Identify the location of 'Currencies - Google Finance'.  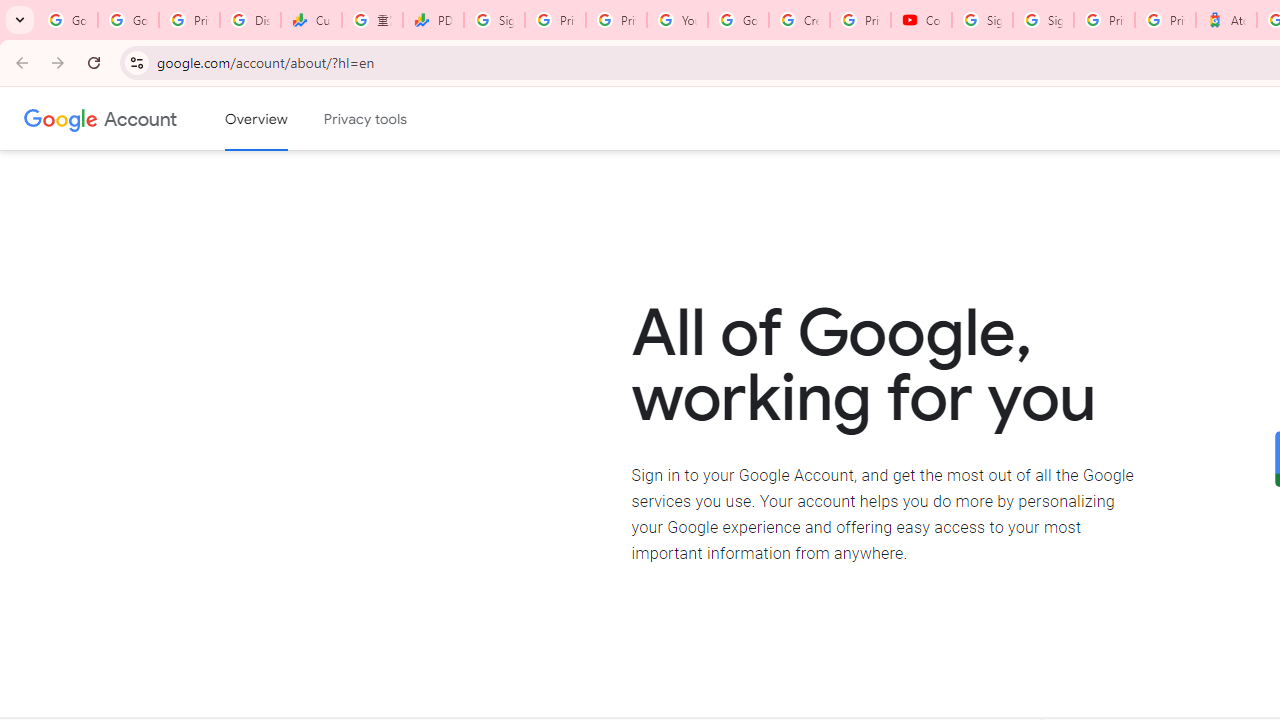
(310, 20).